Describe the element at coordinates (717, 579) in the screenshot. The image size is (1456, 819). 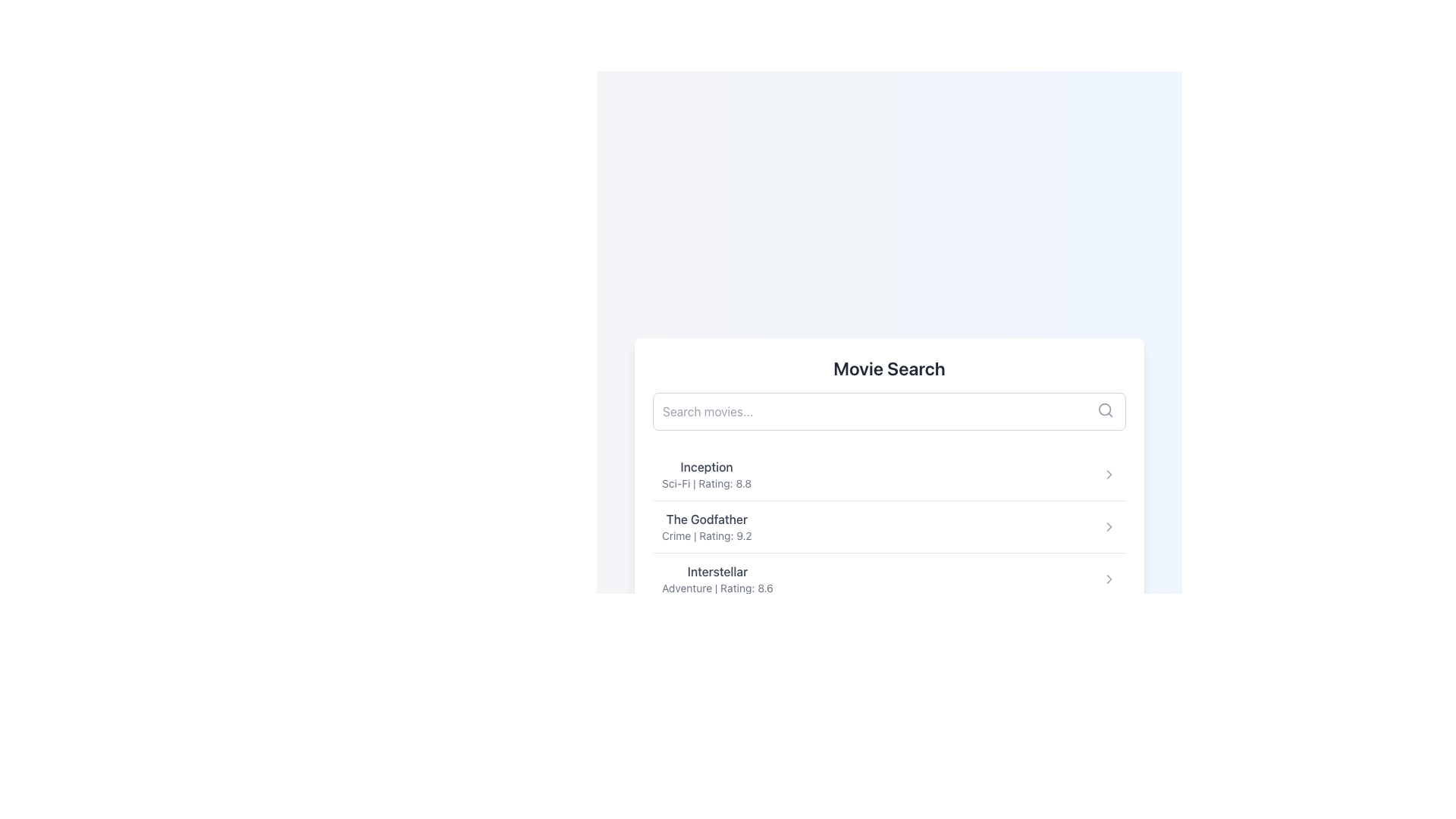
I see `the third movie listing in the search results interface` at that location.